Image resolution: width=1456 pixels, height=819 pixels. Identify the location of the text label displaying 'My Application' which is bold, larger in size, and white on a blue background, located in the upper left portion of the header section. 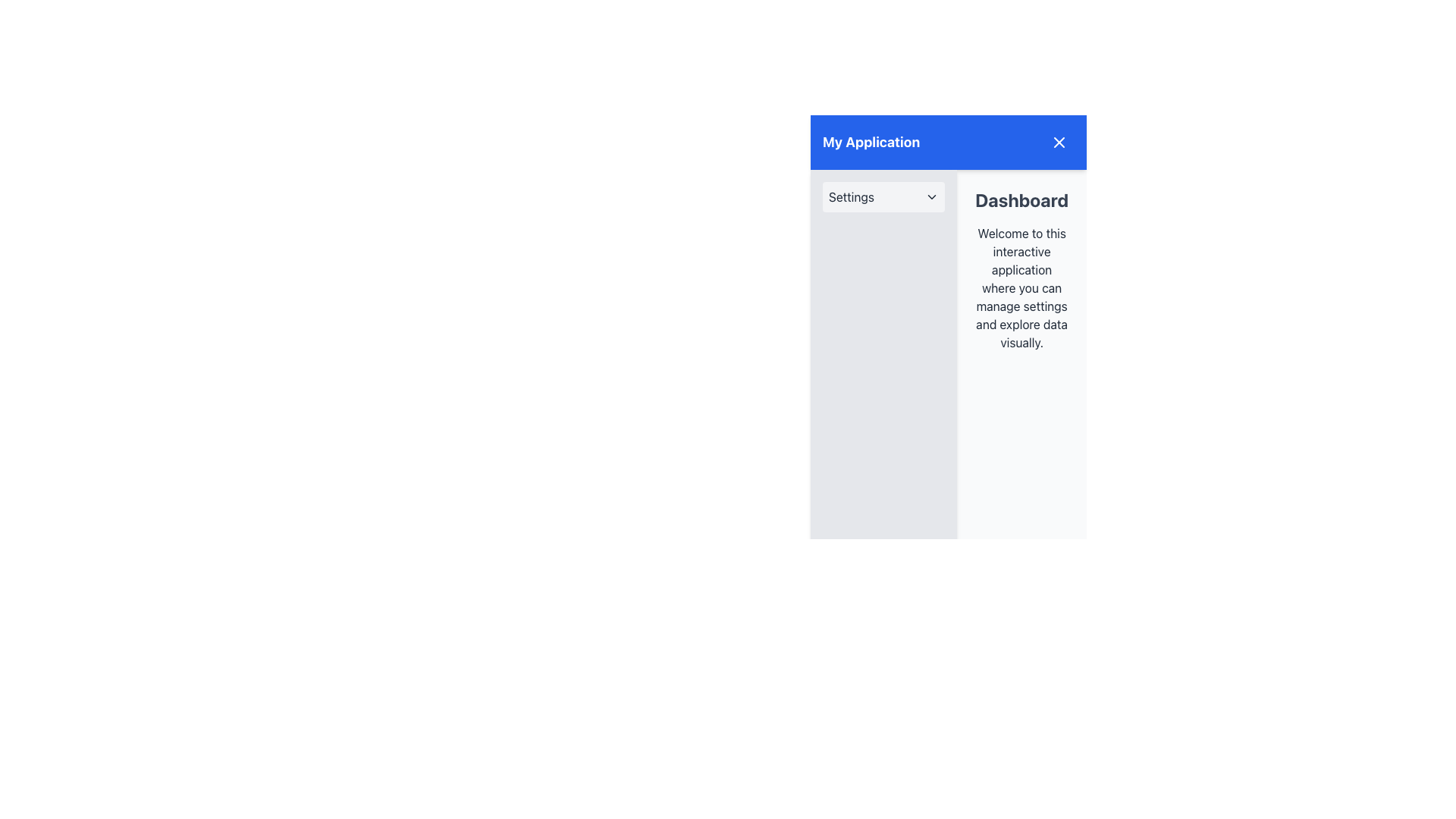
(871, 143).